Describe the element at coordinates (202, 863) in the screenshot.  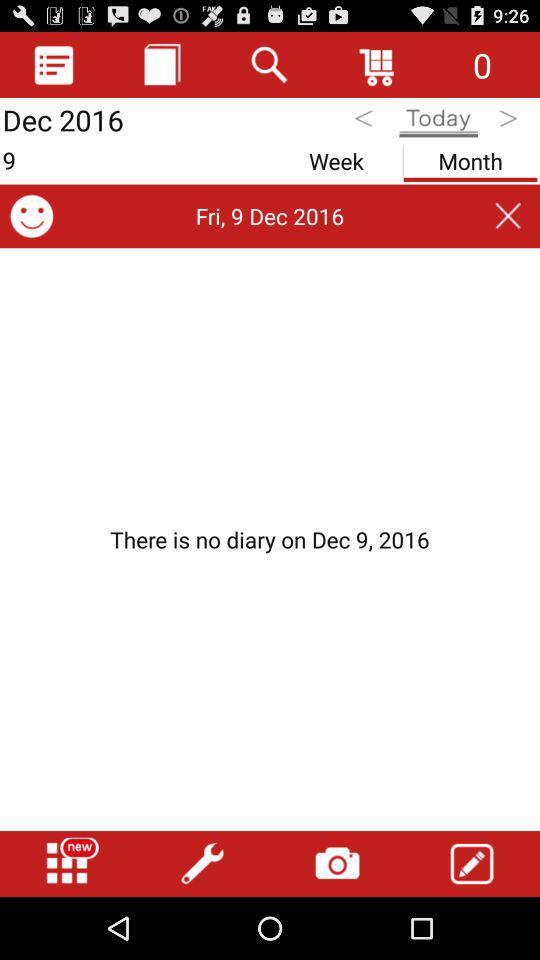
I see `settings` at that location.